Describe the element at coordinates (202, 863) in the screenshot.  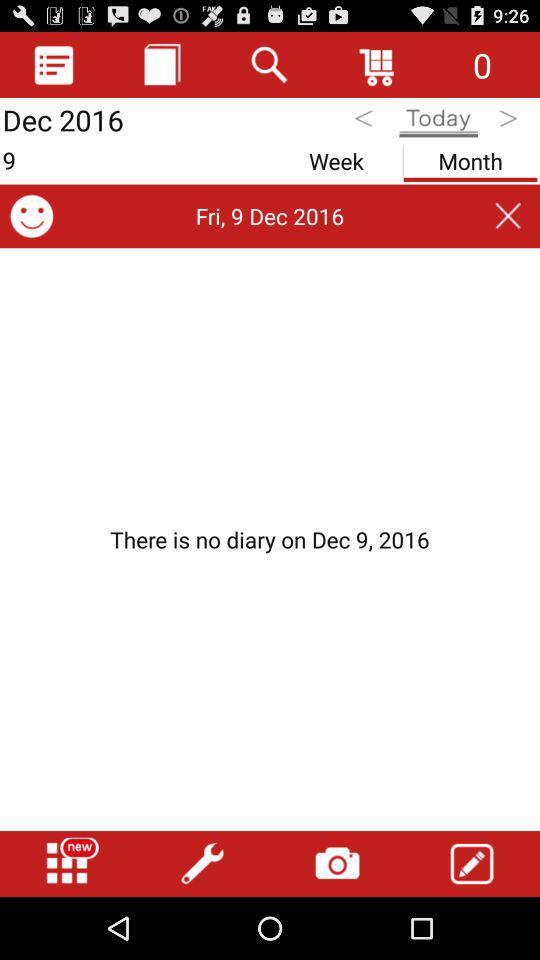
I see `settings` at that location.